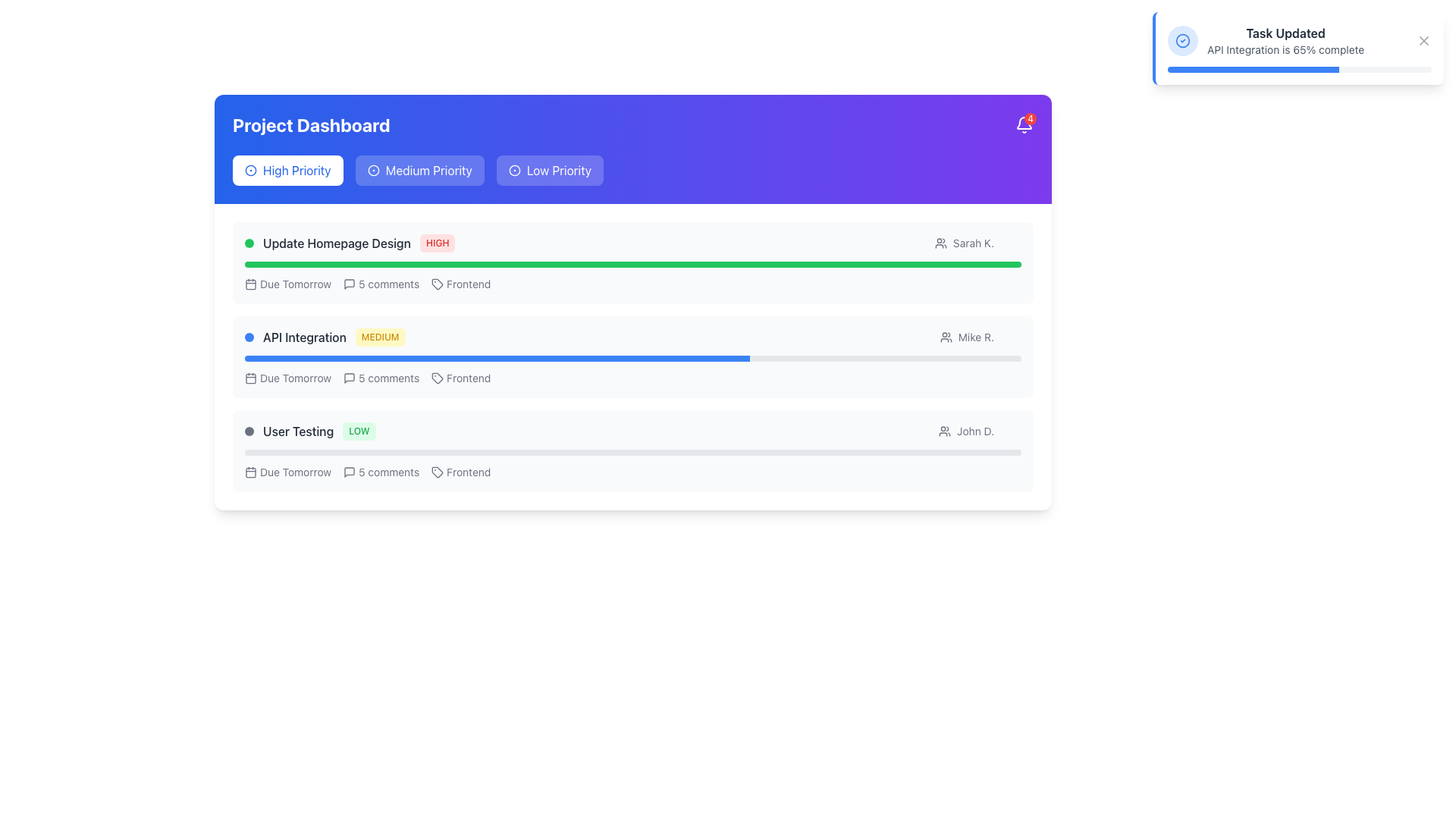 The height and width of the screenshot is (819, 1456). What do you see at coordinates (389, 284) in the screenshot?
I see `the text label that reads '5 comments', which is styled in a standard sans-serif font and is light gray in color, located in the 'Update Homepage Design' row, next to the 'Due Tomorrow' text and the 'Frontend' tag` at bounding box center [389, 284].